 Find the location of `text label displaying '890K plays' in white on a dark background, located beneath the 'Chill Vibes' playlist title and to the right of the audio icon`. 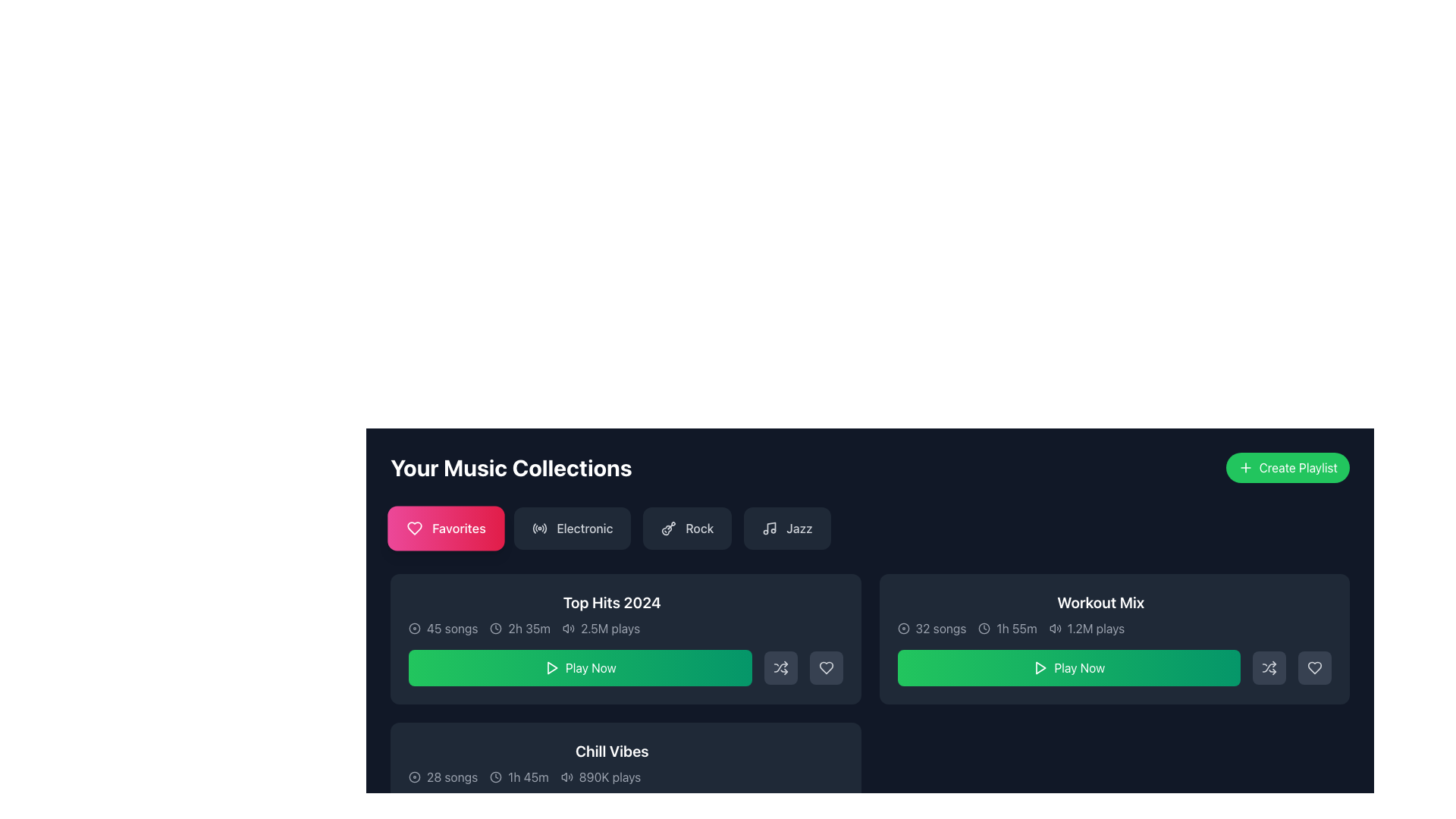

text label displaying '890K plays' in white on a dark background, located beneath the 'Chill Vibes' playlist title and to the right of the audio icon is located at coordinates (610, 777).